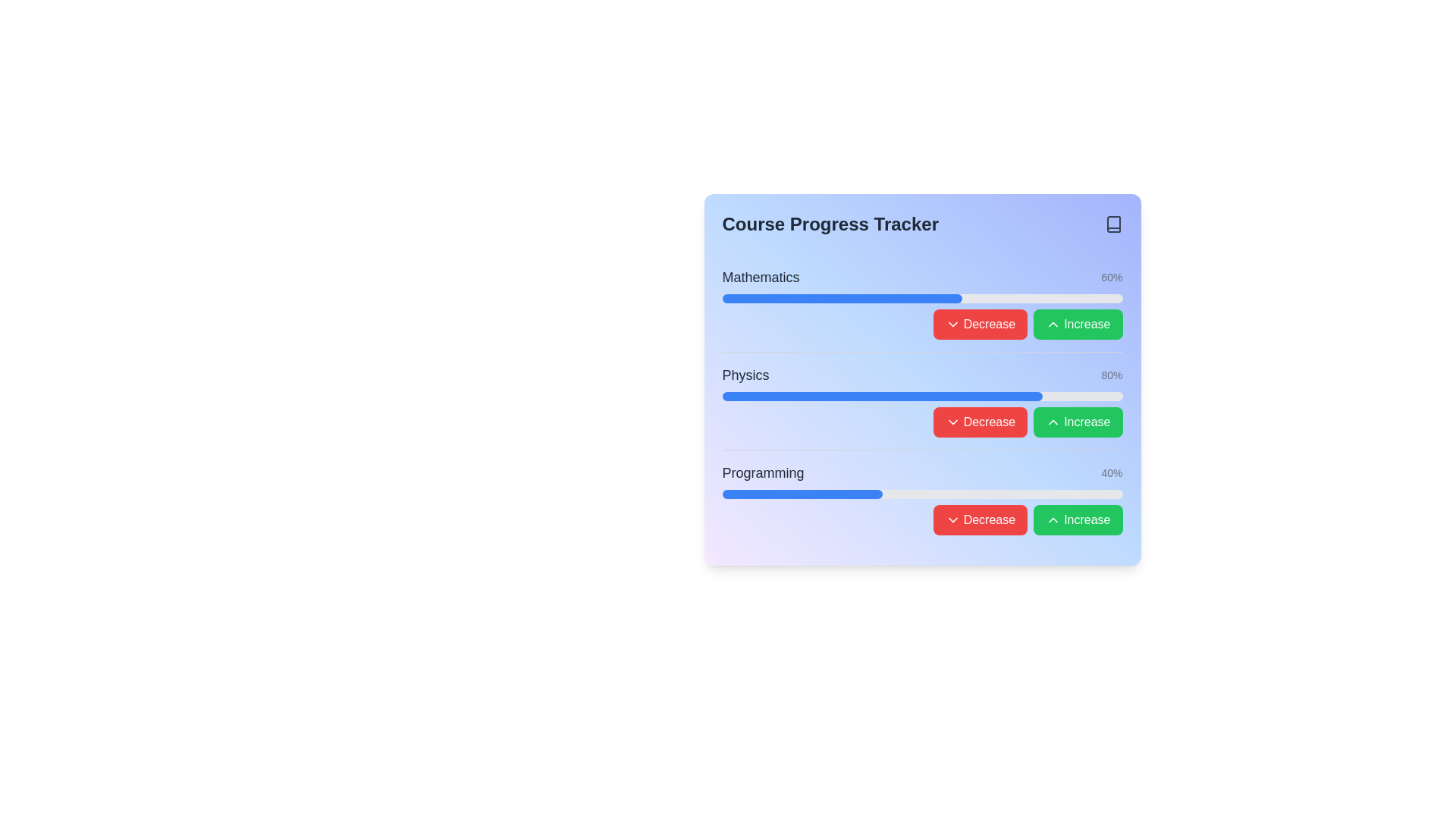 This screenshot has width=1456, height=819. What do you see at coordinates (1053, 422) in the screenshot?
I see `the upward-facing chevron icon embedded within the green 'Increase' button located on the right side of the 'Physics' progress tracker interface` at bounding box center [1053, 422].